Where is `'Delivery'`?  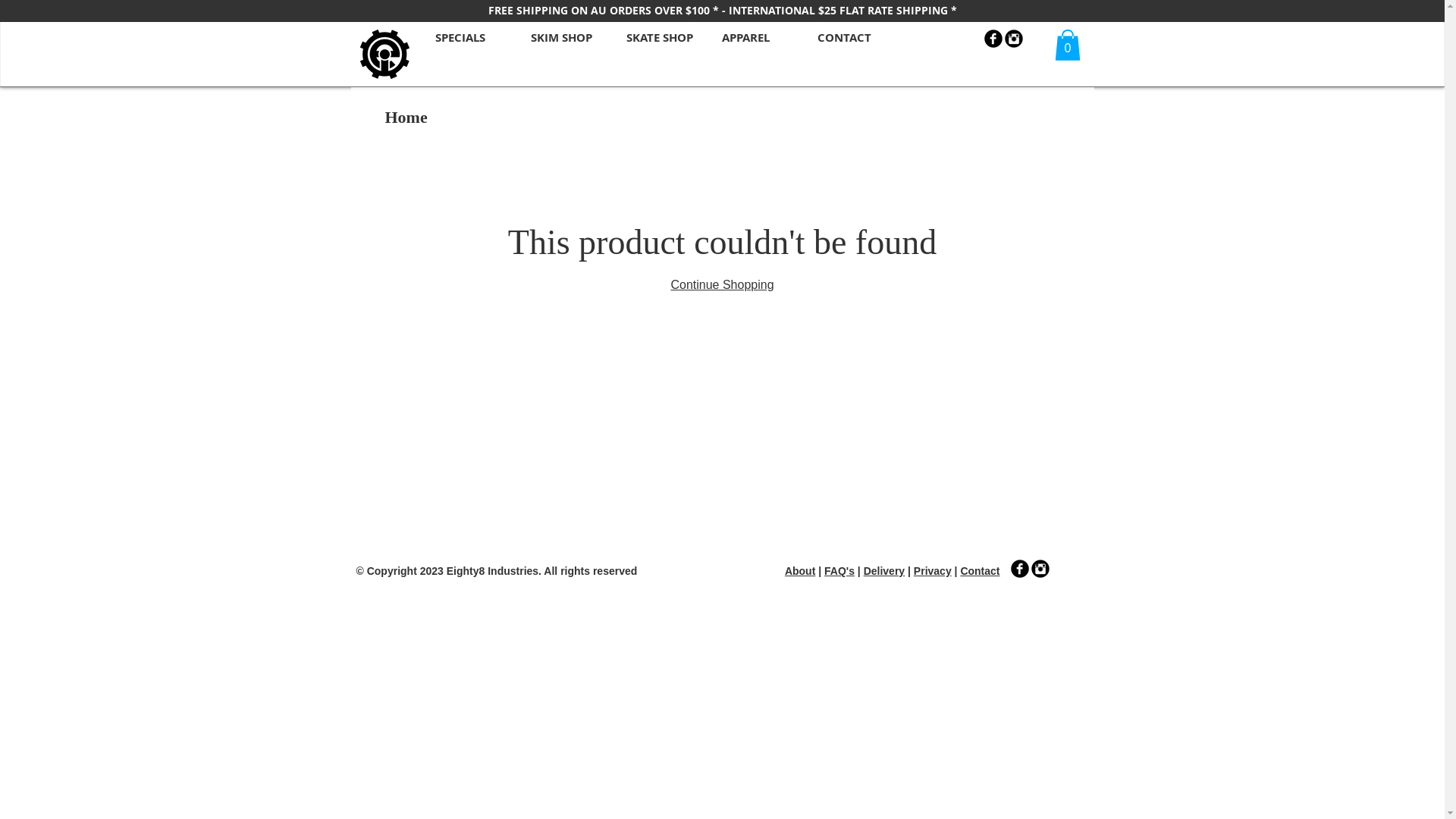
'Delivery' is located at coordinates (884, 570).